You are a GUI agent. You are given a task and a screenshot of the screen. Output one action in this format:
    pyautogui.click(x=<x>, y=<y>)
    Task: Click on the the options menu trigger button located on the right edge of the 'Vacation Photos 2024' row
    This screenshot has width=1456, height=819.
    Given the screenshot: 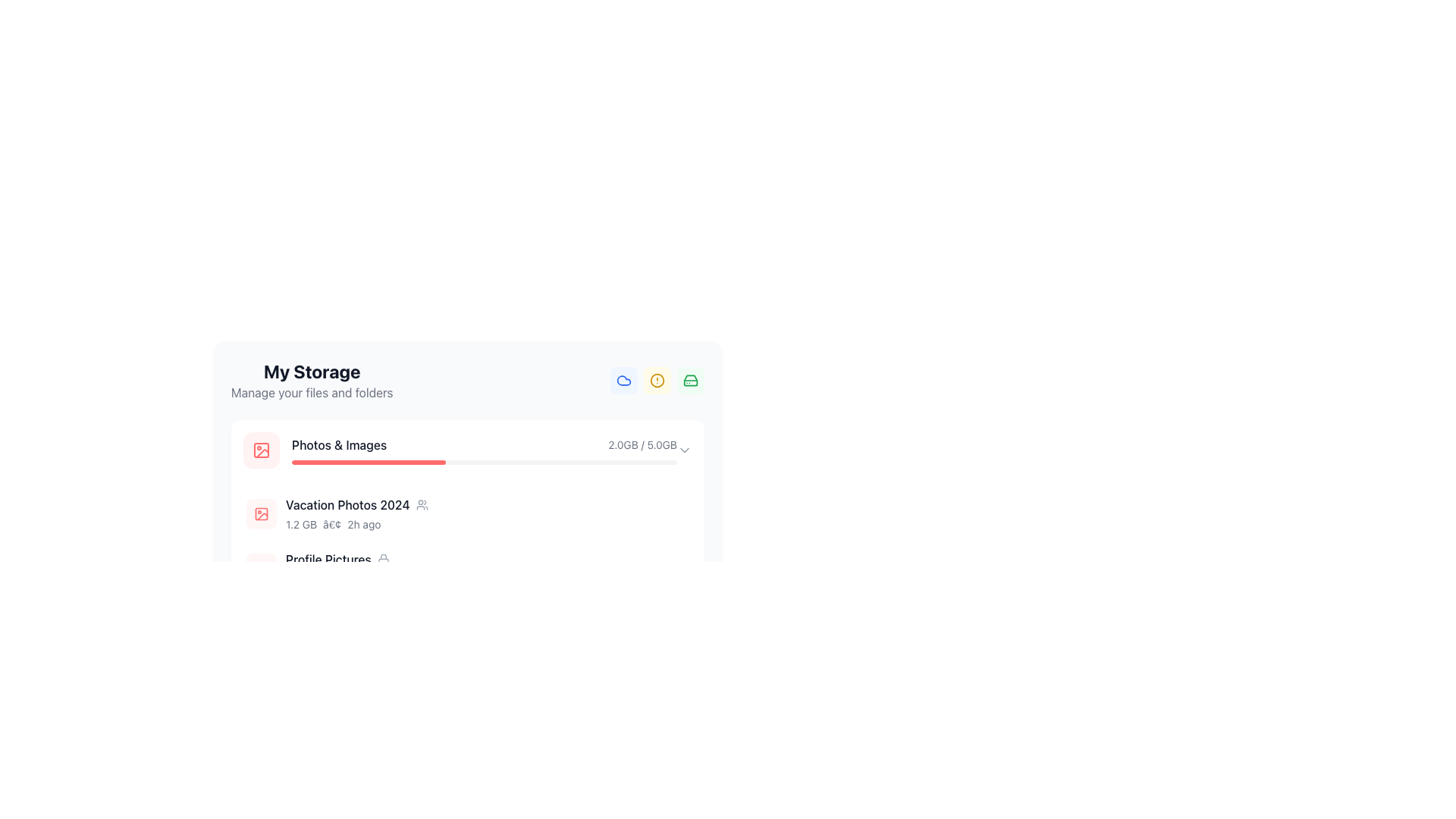 What is the action you would take?
    pyautogui.click(x=676, y=513)
    